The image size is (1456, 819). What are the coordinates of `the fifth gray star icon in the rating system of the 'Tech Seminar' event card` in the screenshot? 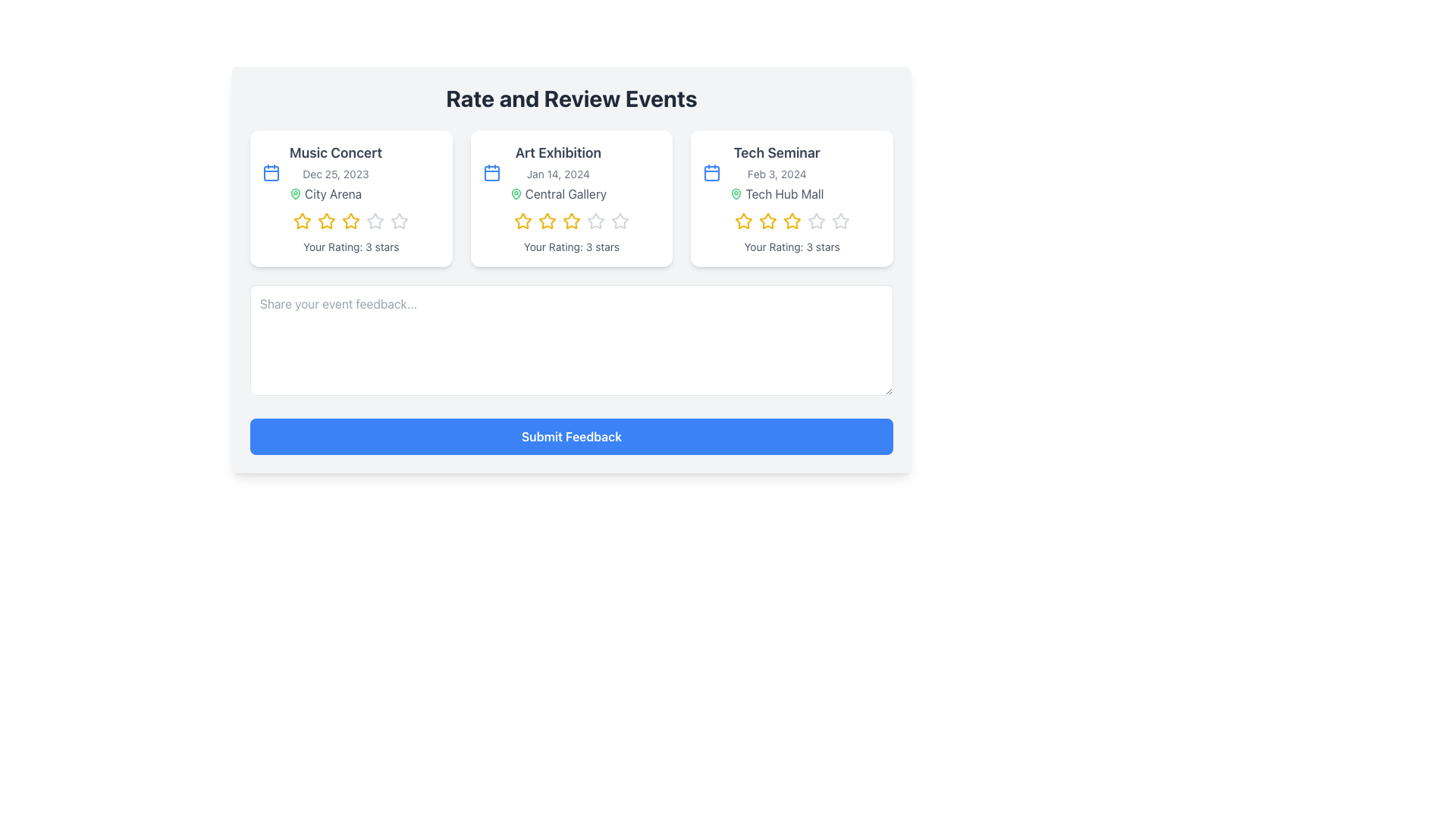 It's located at (839, 221).